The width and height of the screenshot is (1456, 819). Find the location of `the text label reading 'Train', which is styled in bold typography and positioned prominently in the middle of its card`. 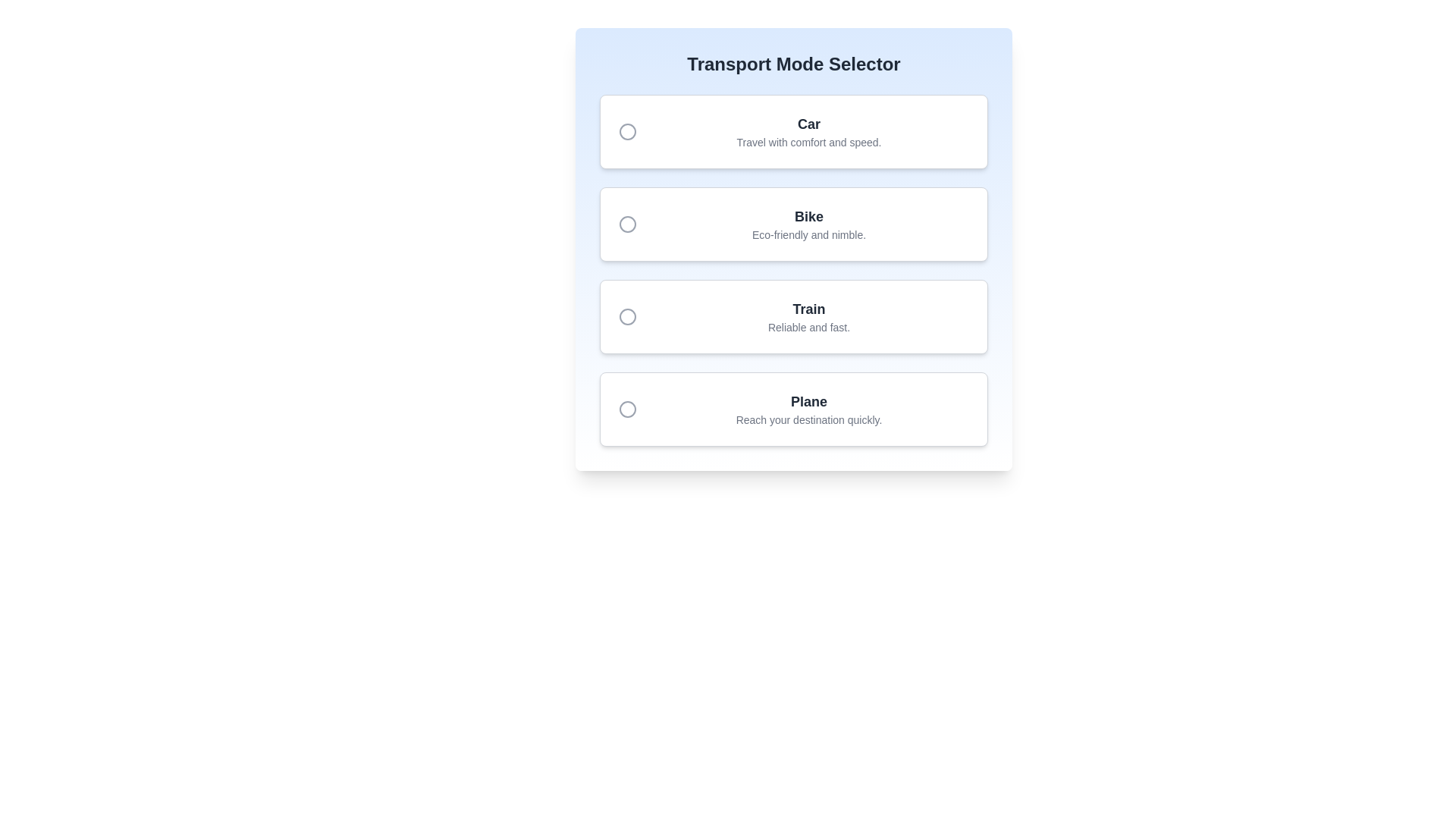

the text label reading 'Train', which is styled in bold typography and positioned prominently in the middle of its card is located at coordinates (808, 309).